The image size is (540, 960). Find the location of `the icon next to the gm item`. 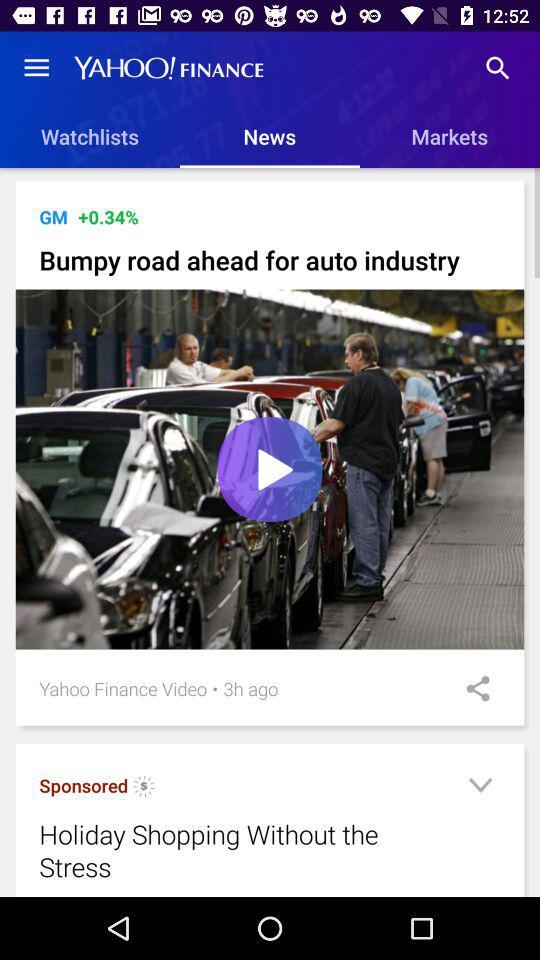

the icon next to the gm item is located at coordinates (108, 217).